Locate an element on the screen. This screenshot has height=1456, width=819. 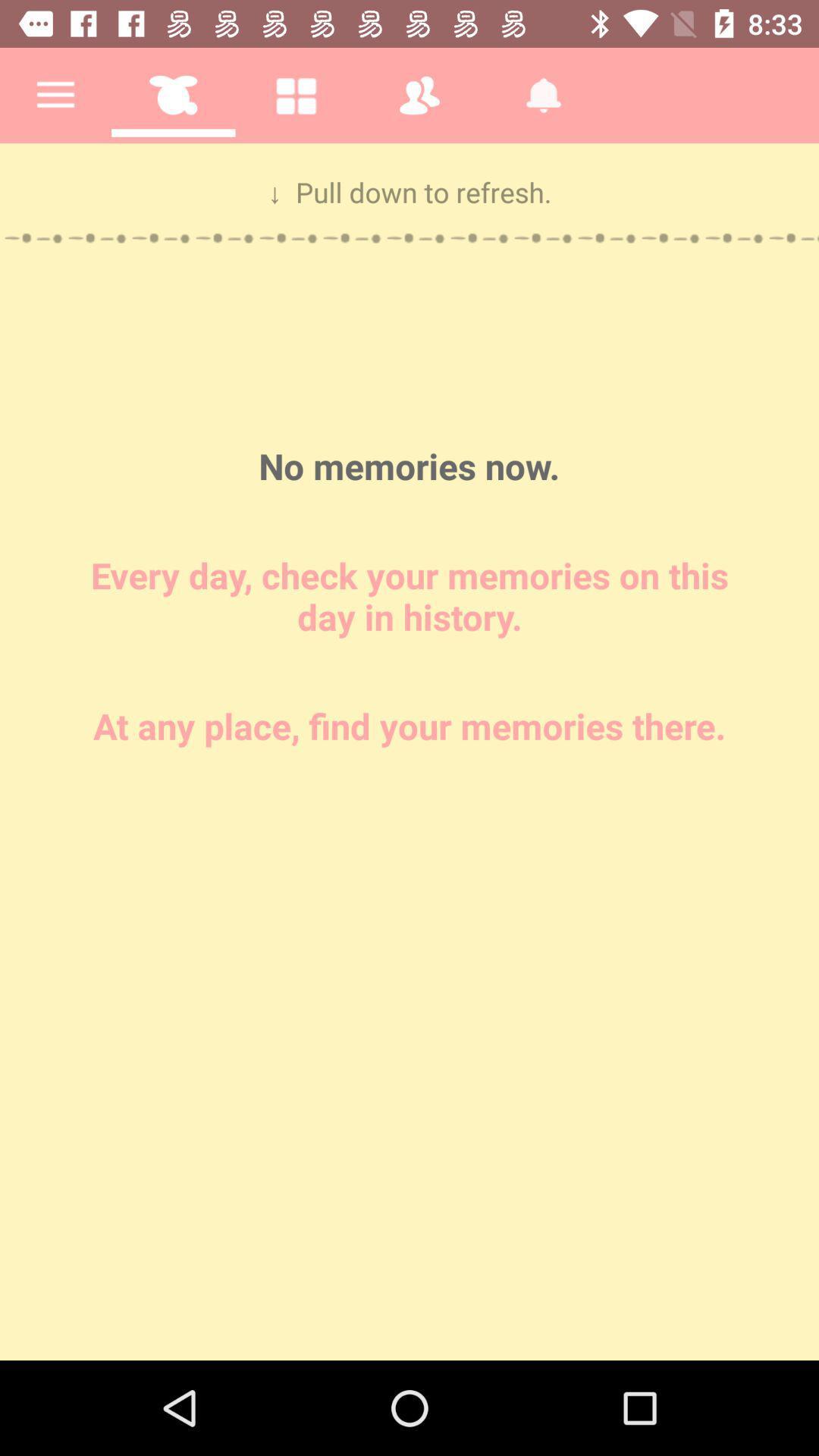
the fifth icon on the top row is located at coordinates (543, 94).